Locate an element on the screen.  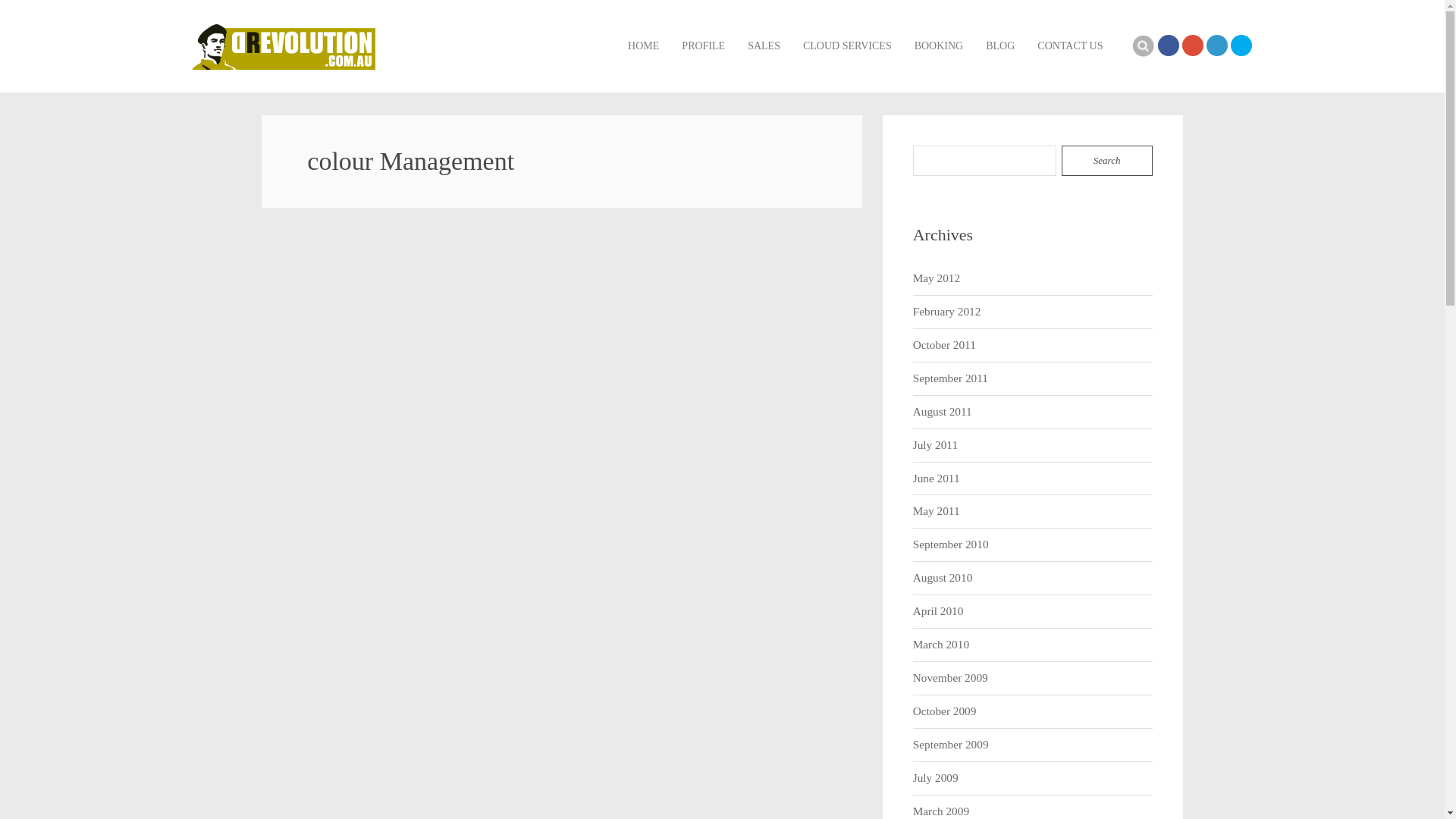
'Facebook' is located at coordinates (1167, 45).